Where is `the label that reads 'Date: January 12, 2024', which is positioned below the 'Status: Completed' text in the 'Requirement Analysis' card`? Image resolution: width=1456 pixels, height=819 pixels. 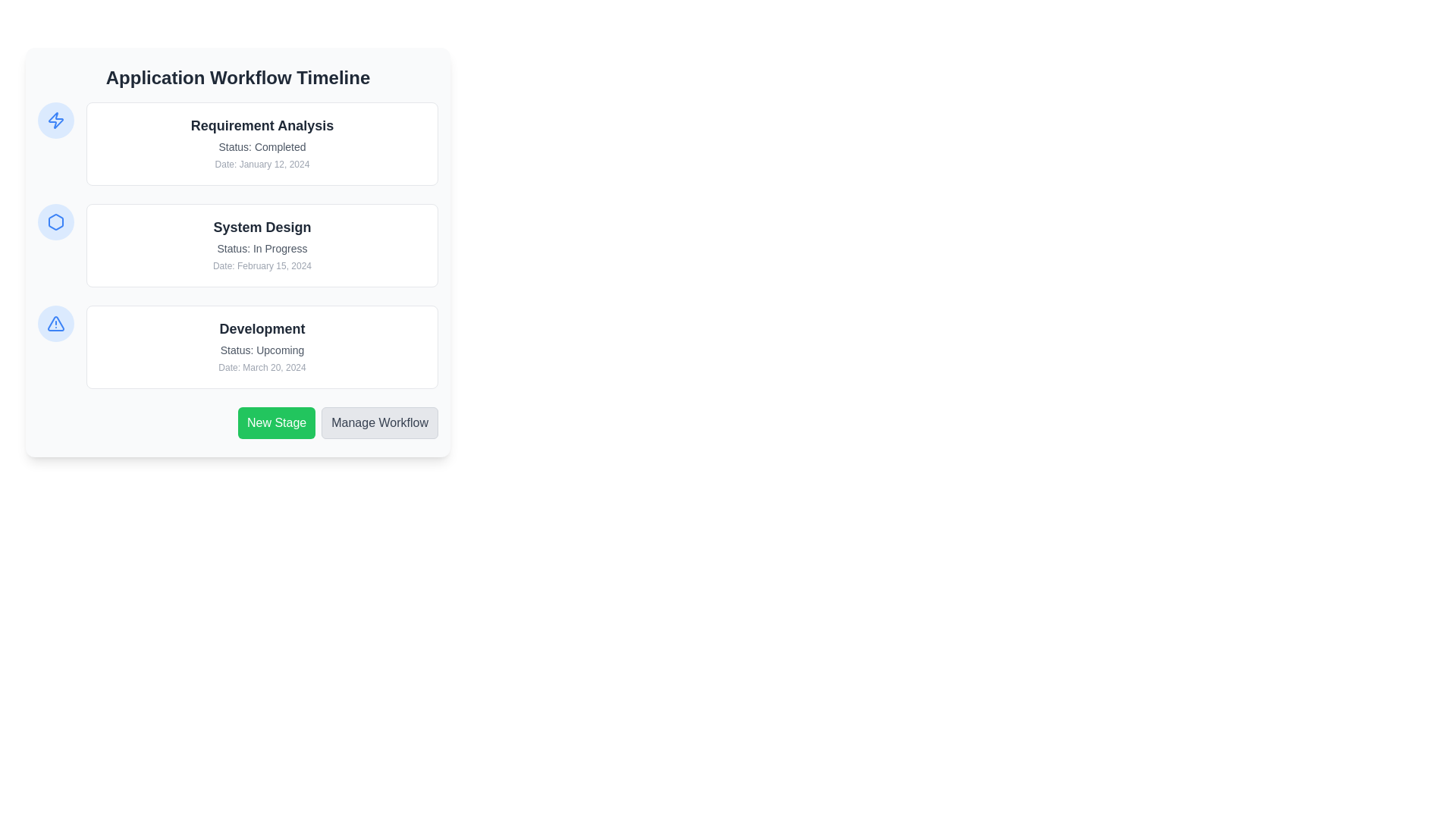 the label that reads 'Date: January 12, 2024', which is positioned below the 'Status: Completed' text in the 'Requirement Analysis' card is located at coordinates (262, 164).